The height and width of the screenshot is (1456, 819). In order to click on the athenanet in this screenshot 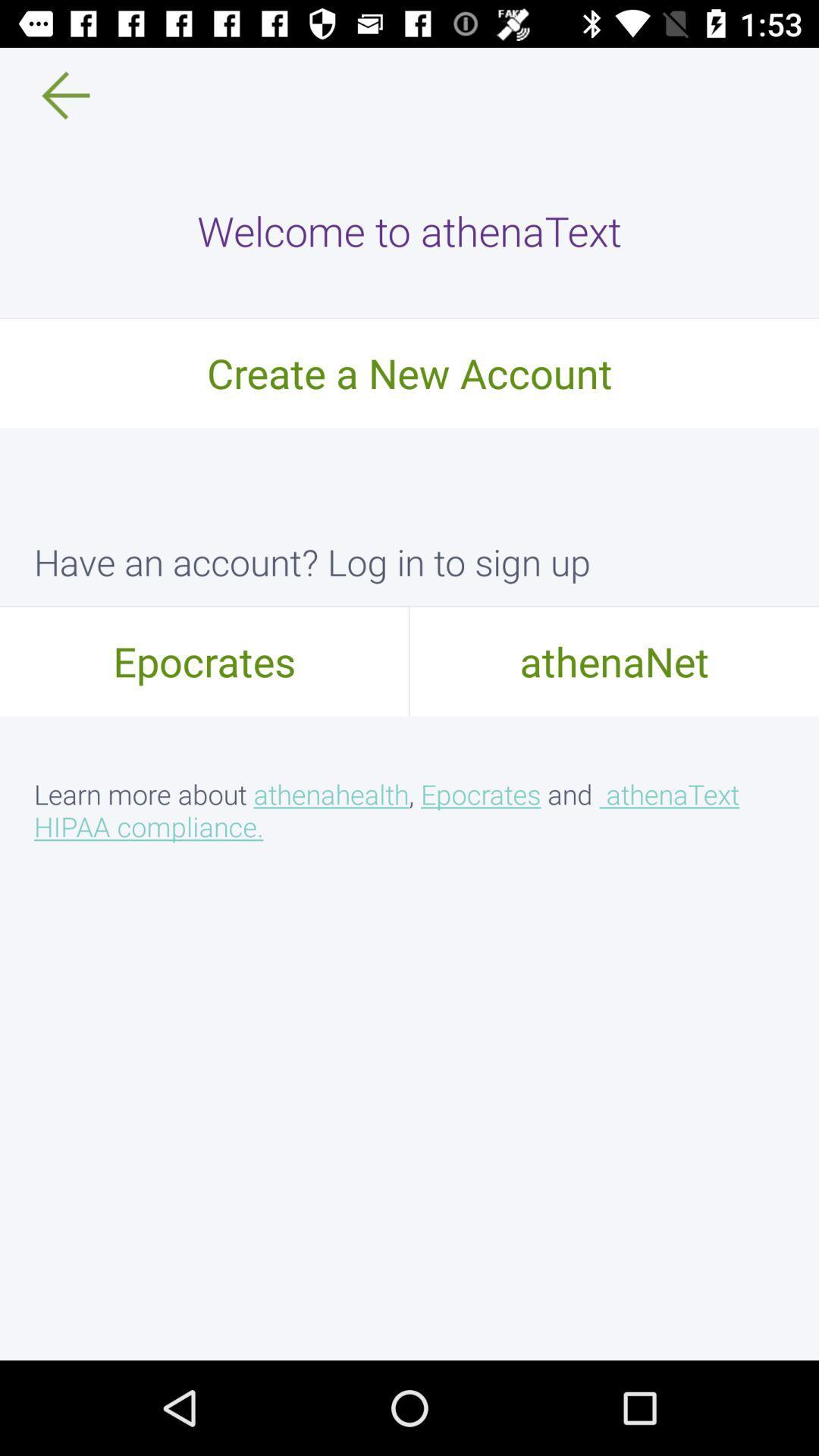, I will do `click(614, 661)`.